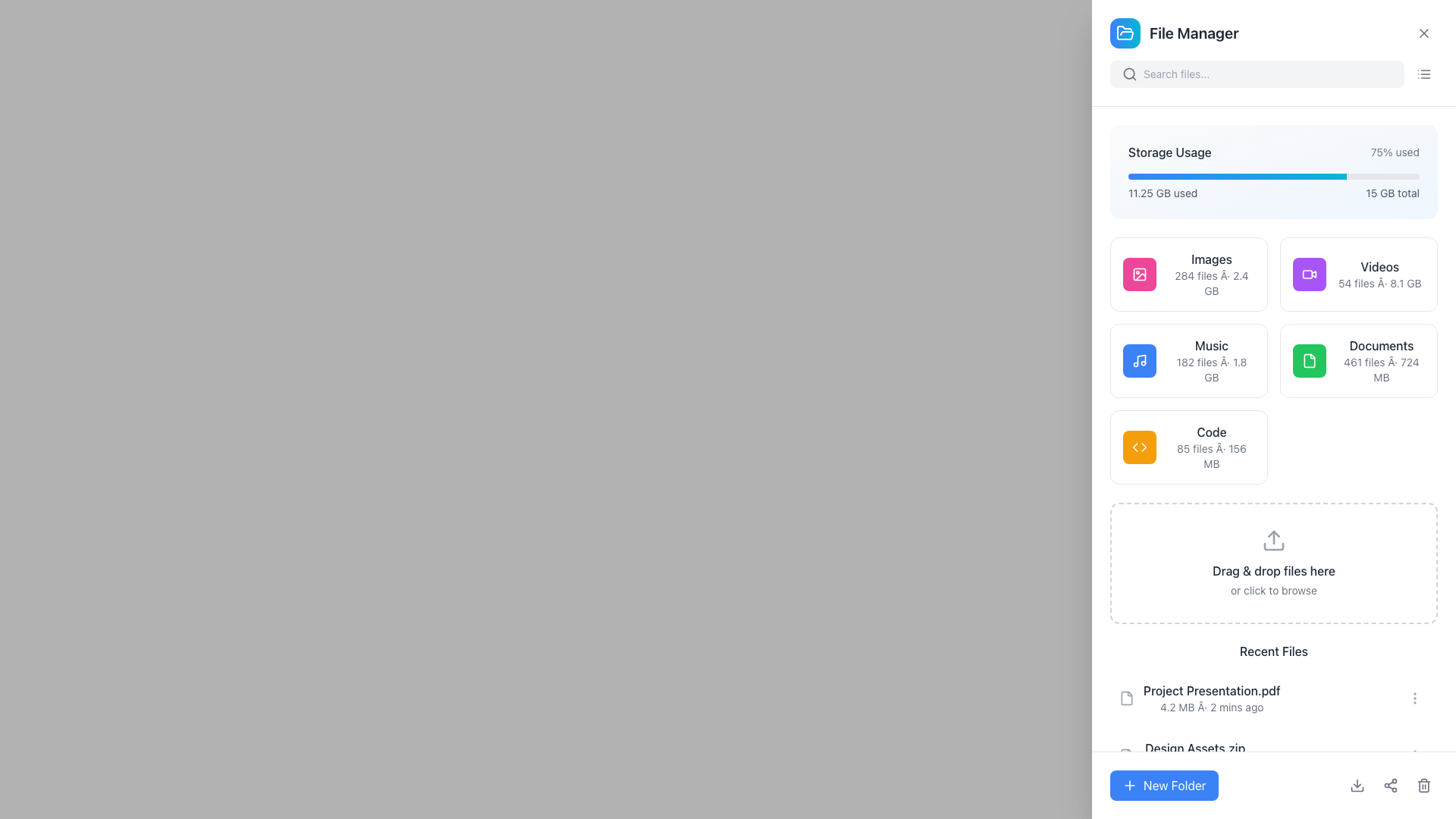 This screenshot has width=1456, height=819. I want to click on 'Music' label which is displayed in medium gray font, centrally aligned above file count and size information in the second column of a grid layout beneath 'Storage Usage', so click(1211, 345).